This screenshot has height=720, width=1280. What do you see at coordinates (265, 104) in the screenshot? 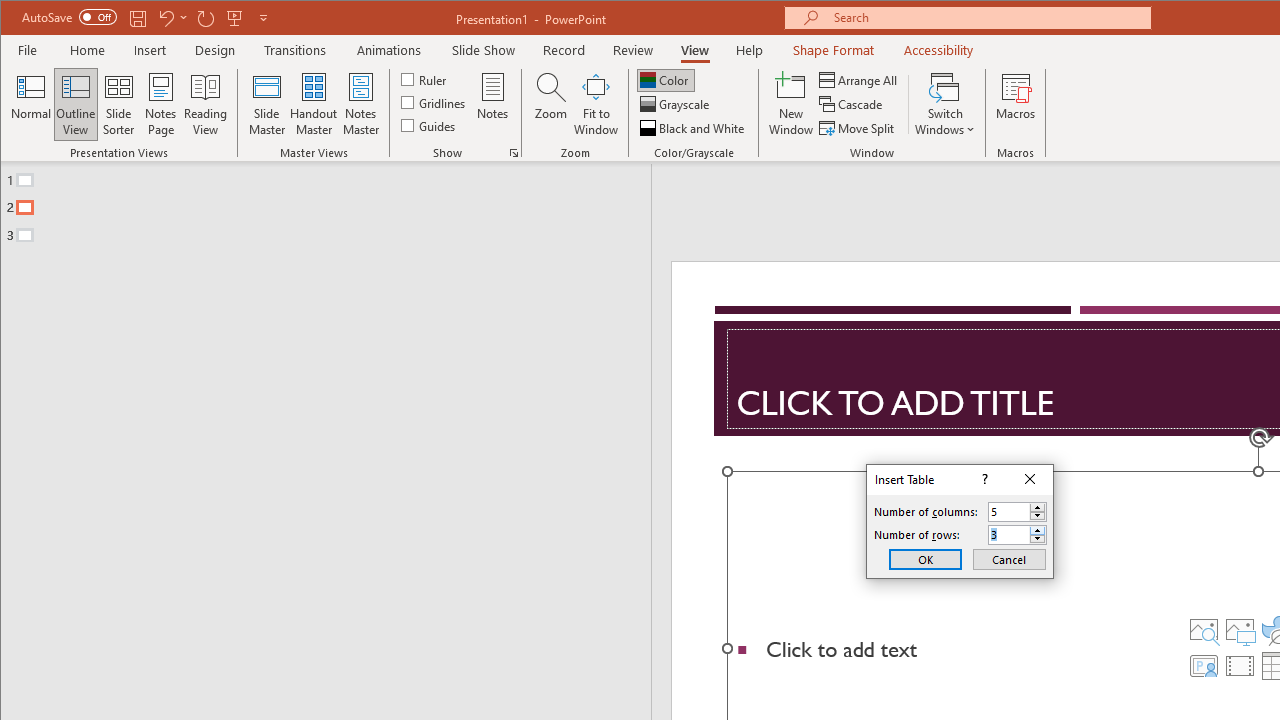
I see `'Slide Master'` at bounding box center [265, 104].